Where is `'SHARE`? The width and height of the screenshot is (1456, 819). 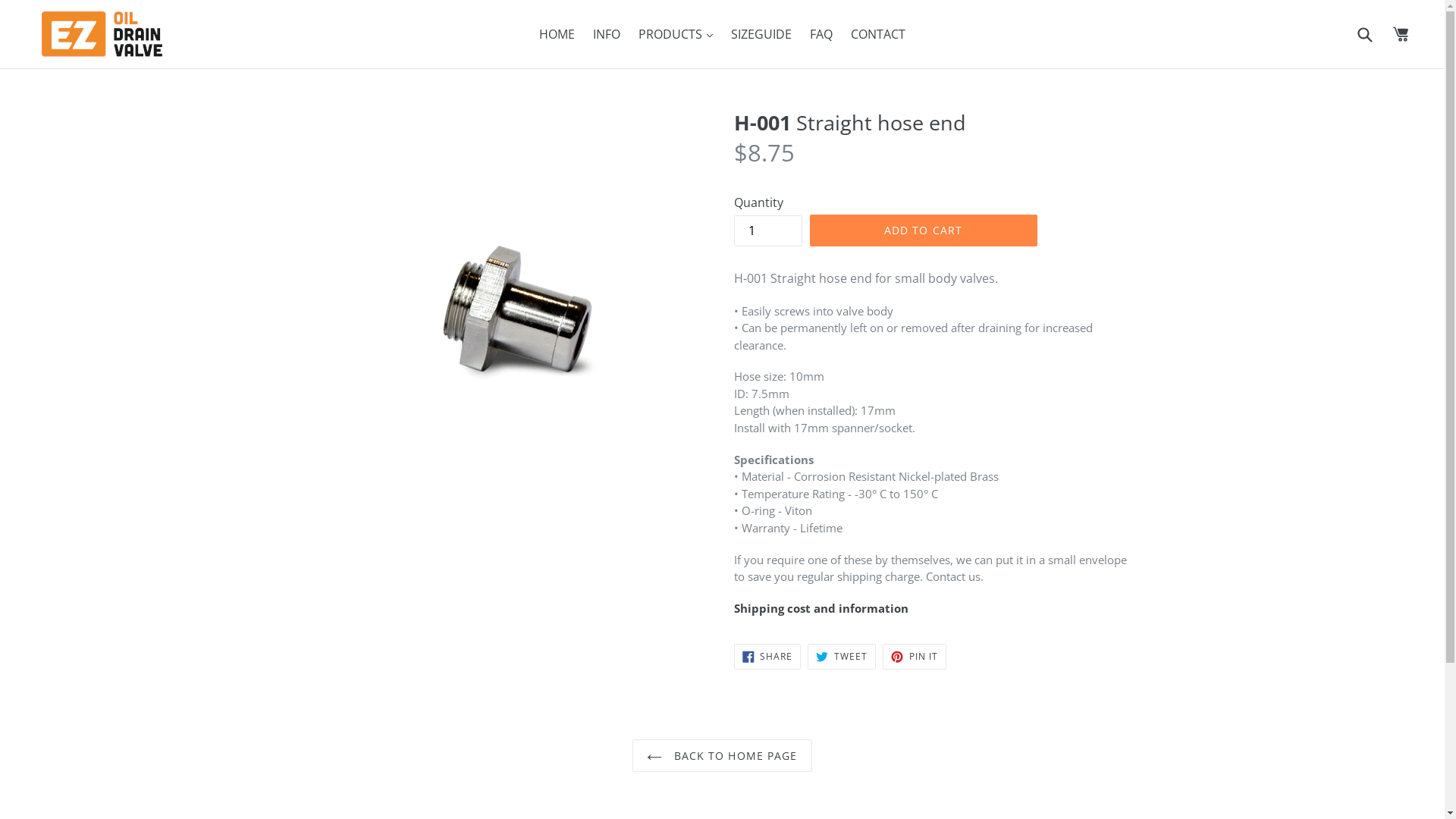 'SHARE is located at coordinates (767, 656).